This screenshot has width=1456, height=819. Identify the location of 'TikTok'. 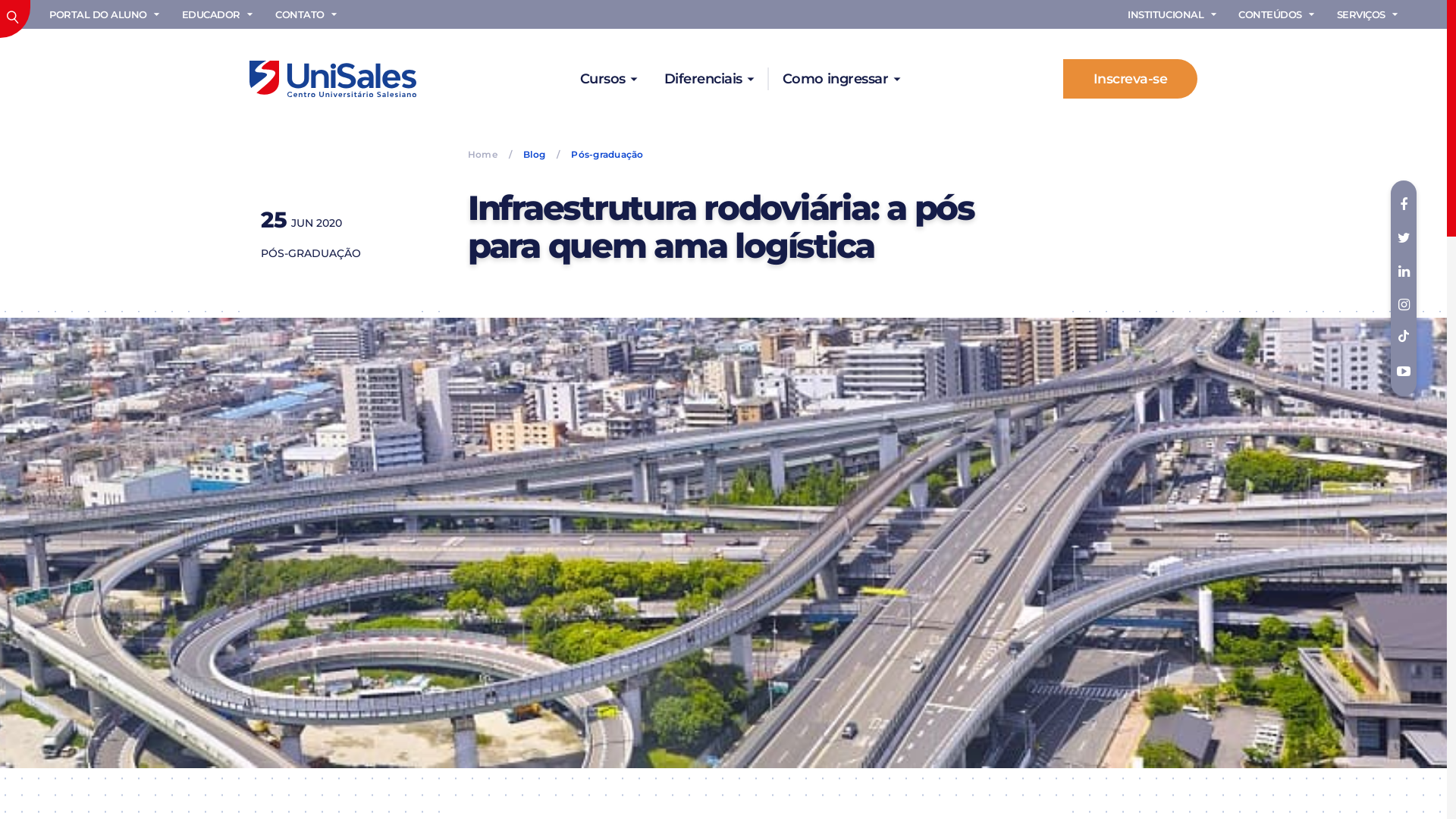
(1390, 337).